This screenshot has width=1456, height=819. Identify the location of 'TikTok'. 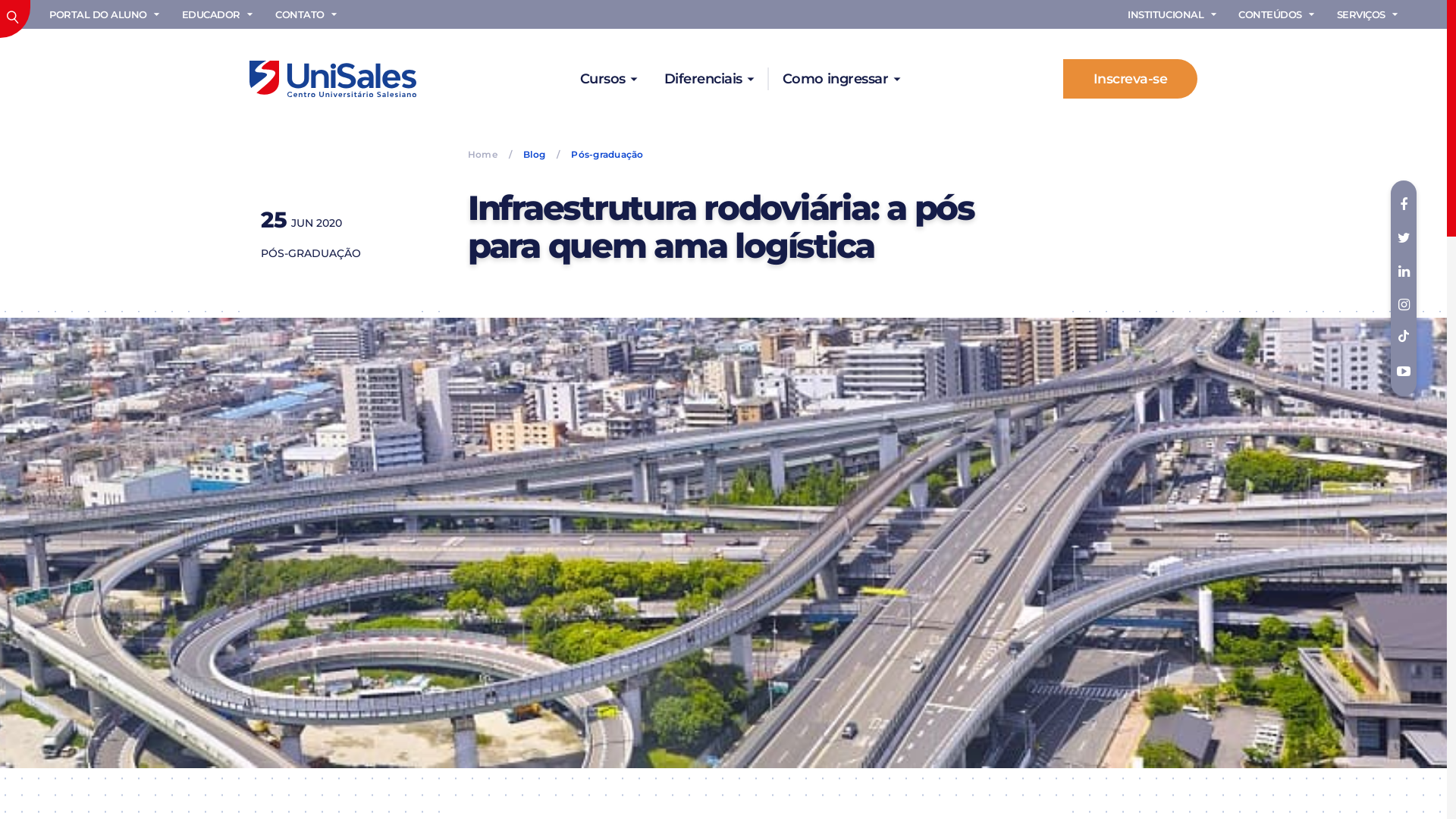
(1390, 337).